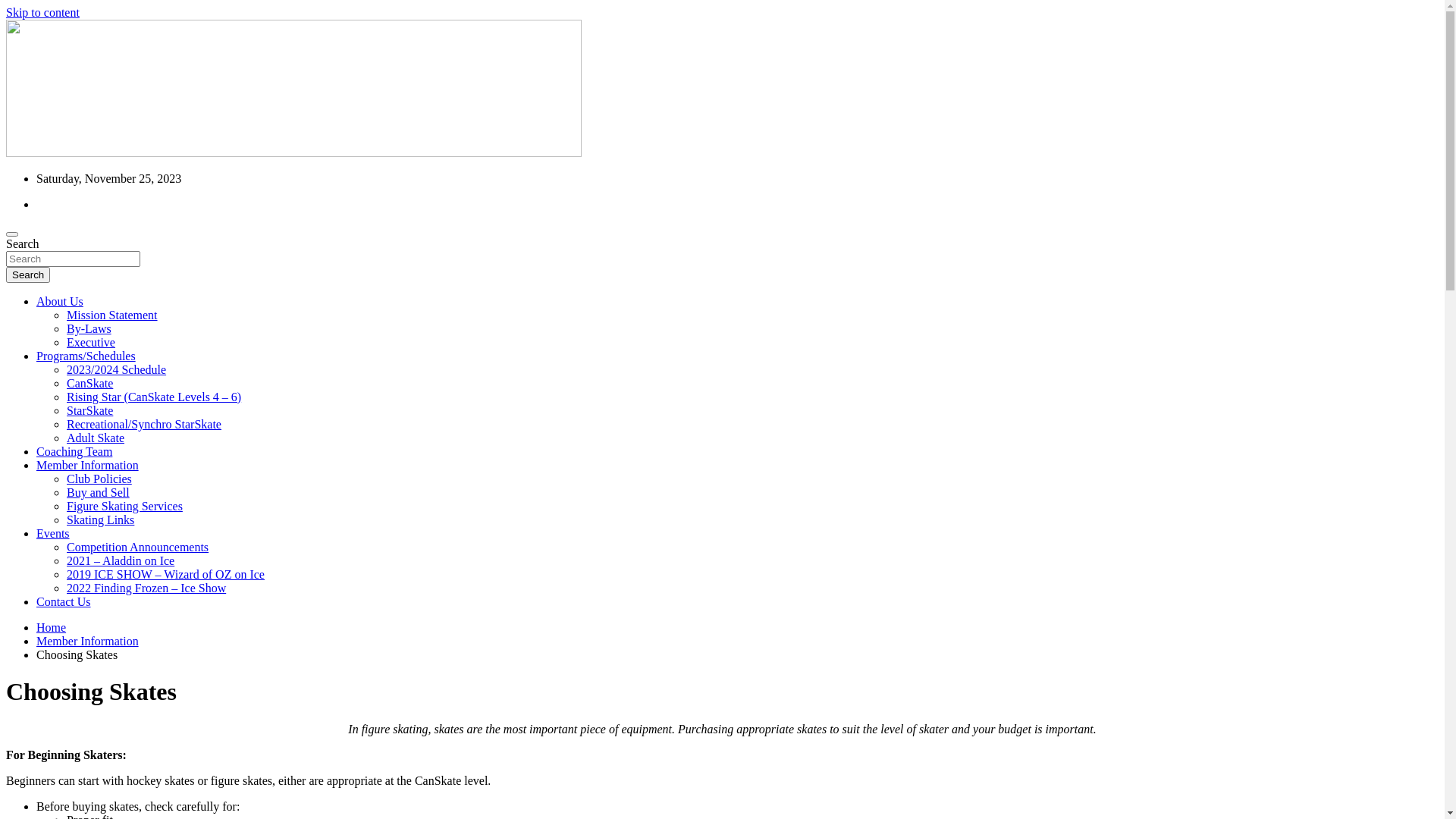 The height and width of the screenshot is (819, 1456). What do you see at coordinates (6, 275) in the screenshot?
I see `'Search'` at bounding box center [6, 275].